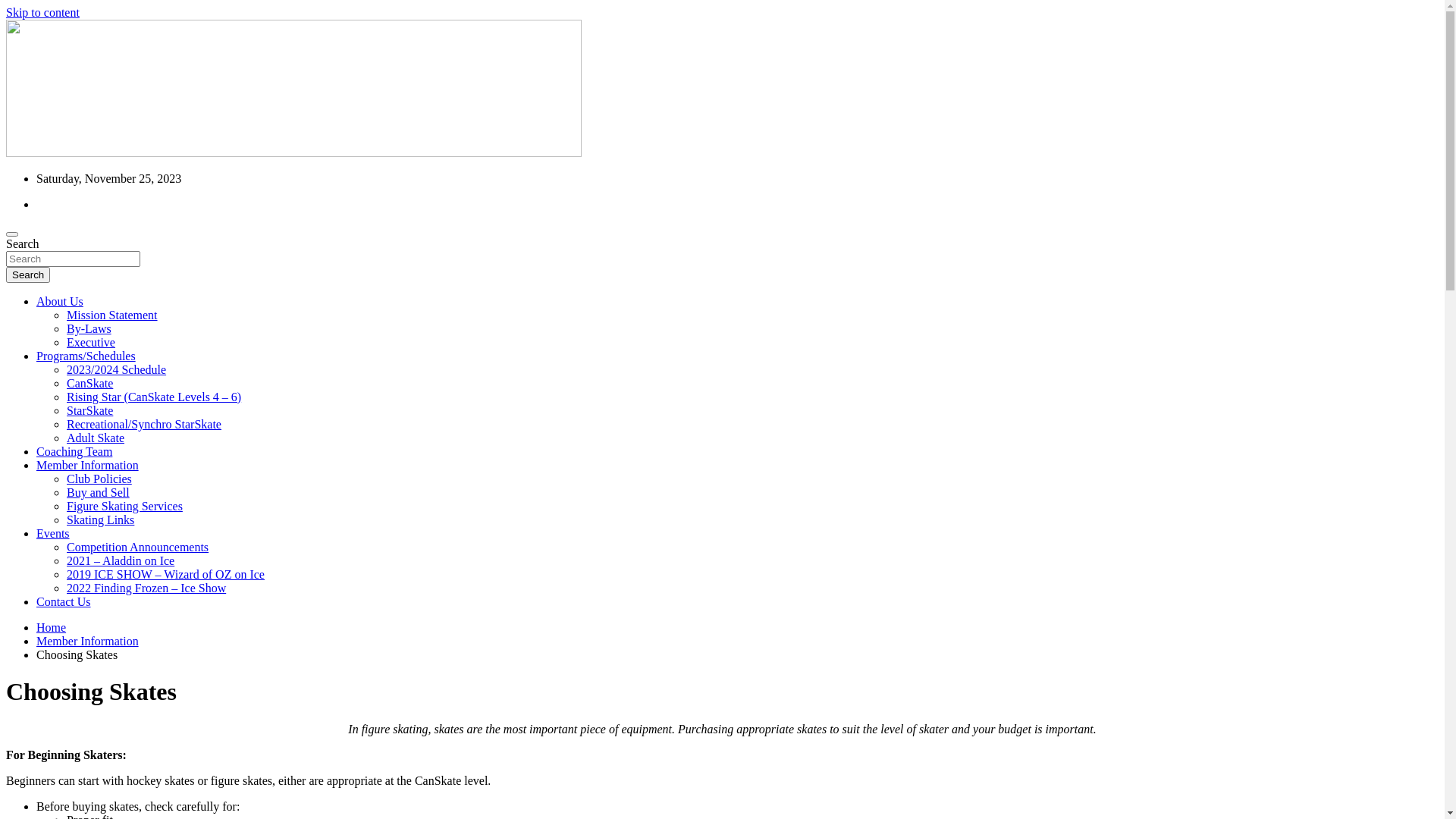 The height and width of the screenshot is (819, 1456). What do you see at coordinates (6, 275) in the screenshot?
I see `'Search'` at bounding box center [6, 275].